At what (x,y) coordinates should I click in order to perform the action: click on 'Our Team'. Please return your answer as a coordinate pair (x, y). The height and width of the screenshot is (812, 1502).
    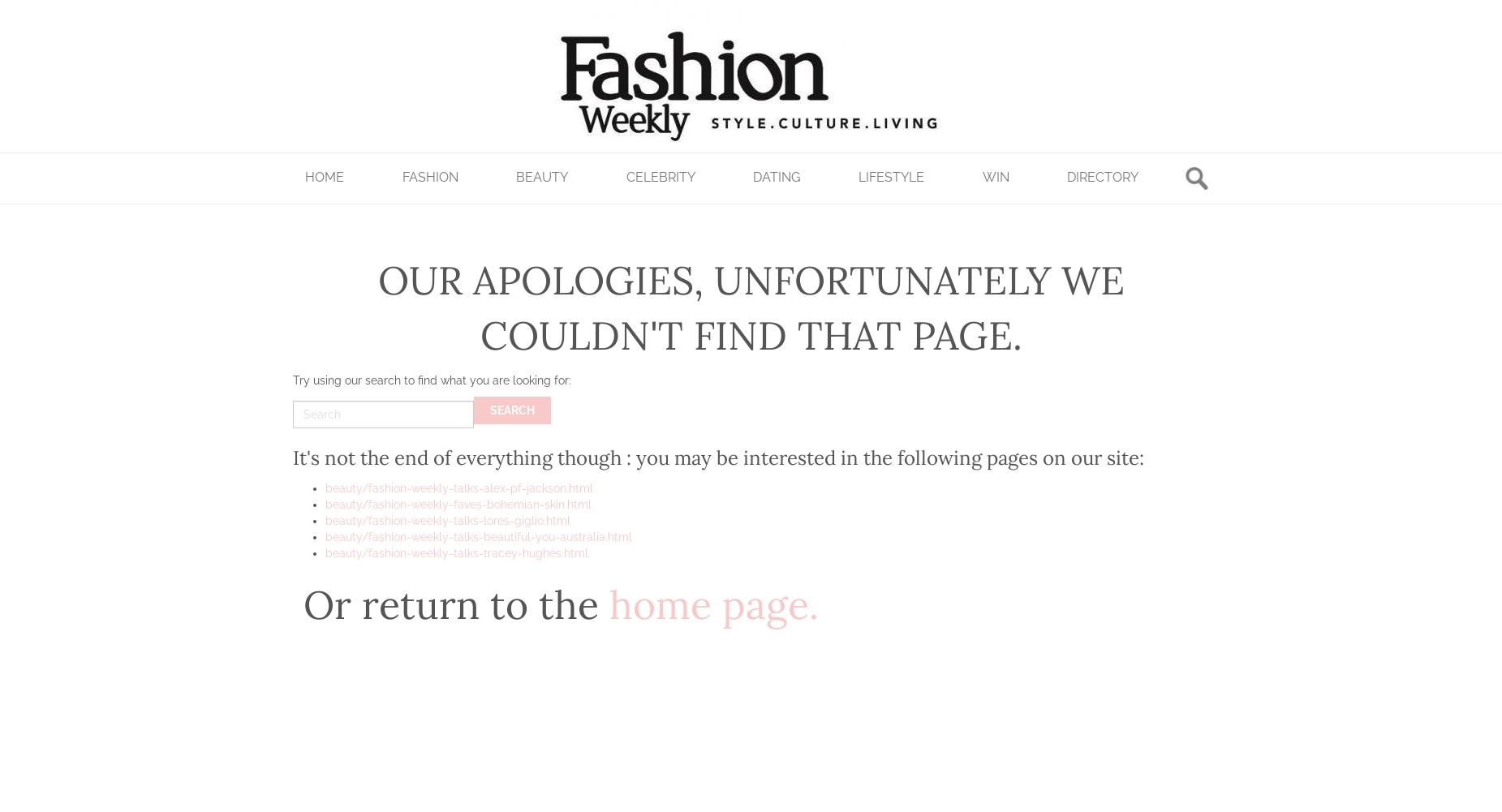
    Looking at the image, I should click on (316, 290).